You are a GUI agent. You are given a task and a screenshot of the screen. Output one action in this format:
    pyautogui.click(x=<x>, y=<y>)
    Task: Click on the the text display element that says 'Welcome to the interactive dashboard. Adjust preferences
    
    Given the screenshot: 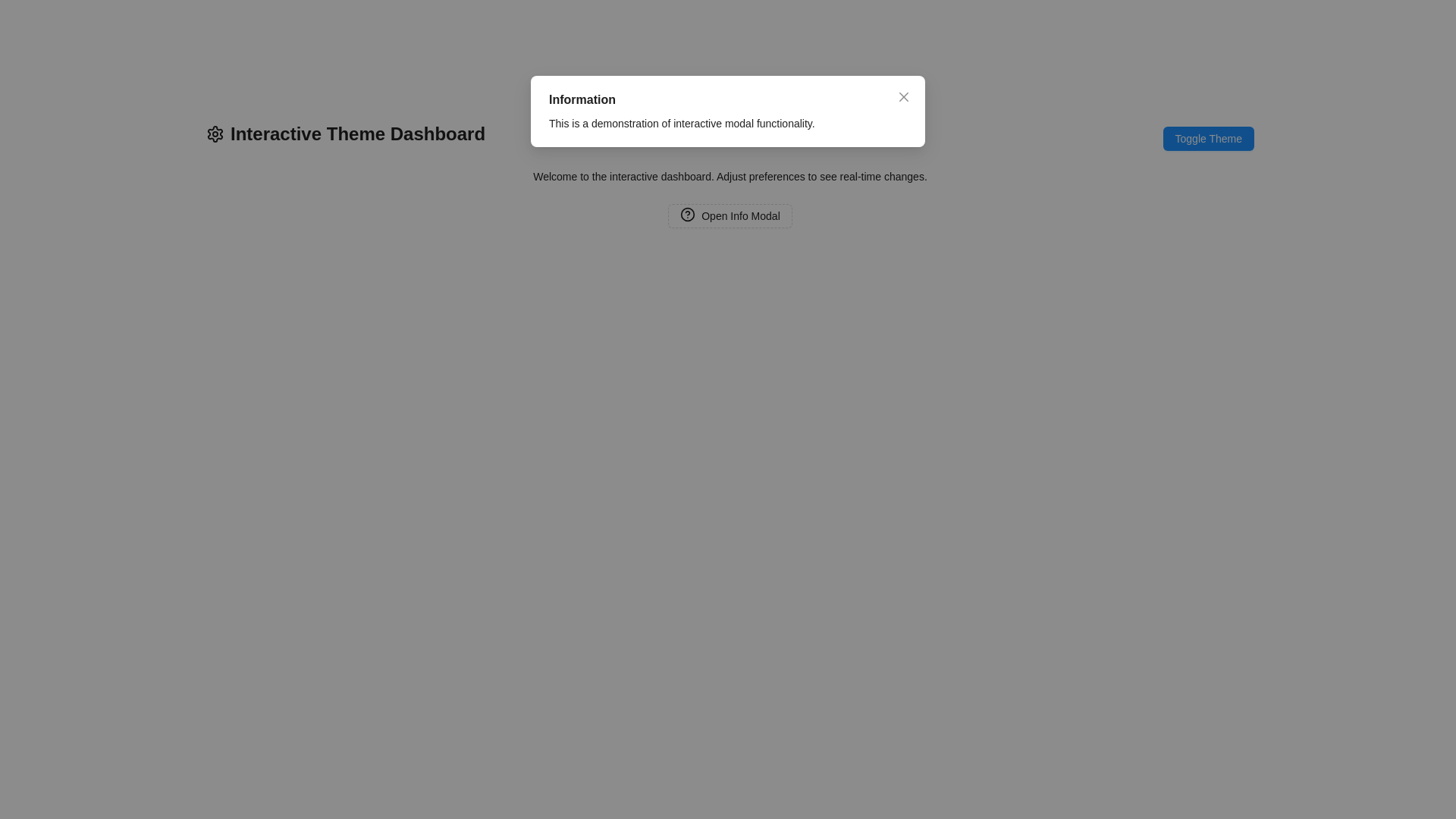 What is the action you would take?
    pyautogui.click(x=730, y=175)
    